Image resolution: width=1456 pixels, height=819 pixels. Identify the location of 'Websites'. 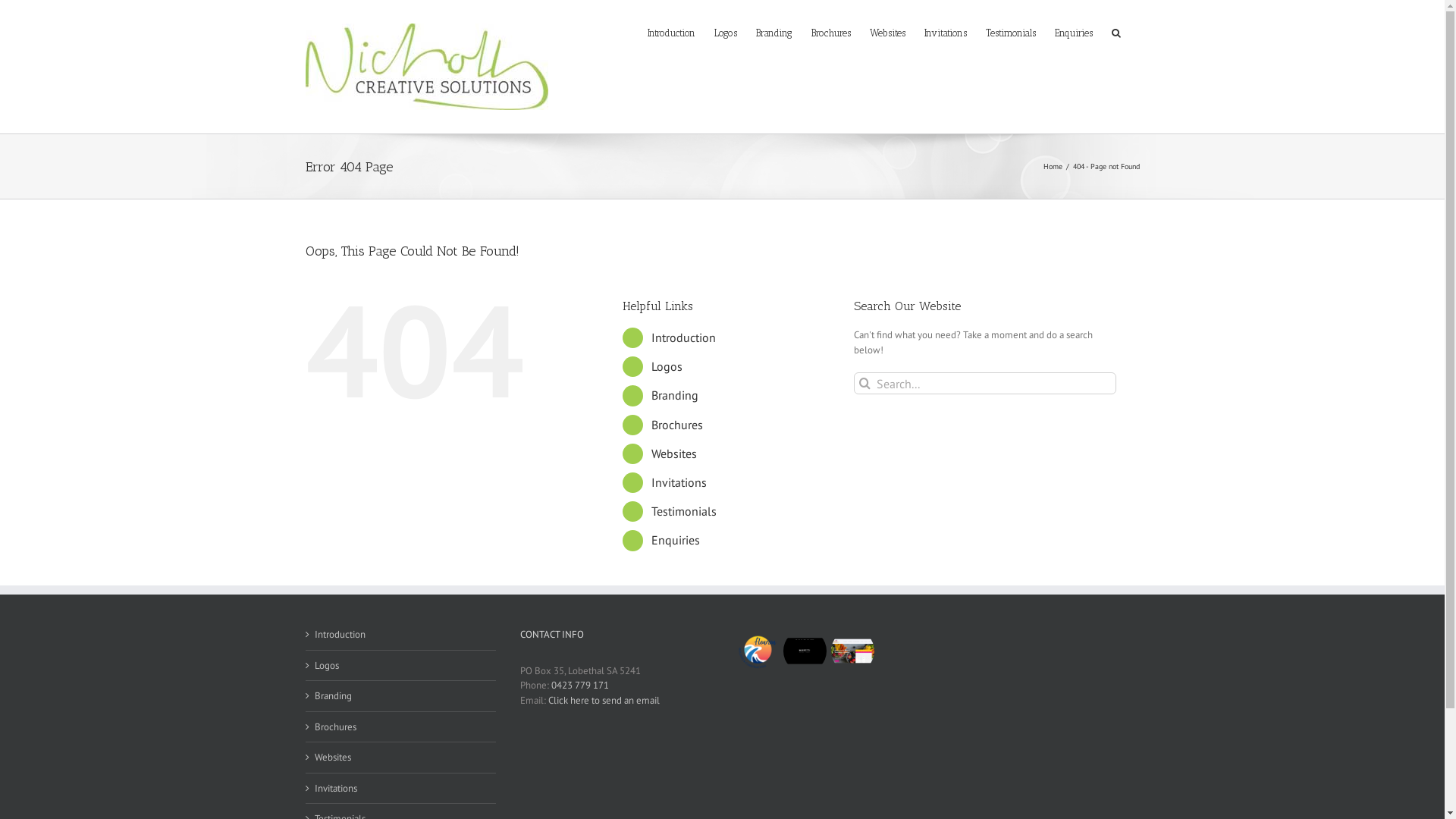
(400, 758).